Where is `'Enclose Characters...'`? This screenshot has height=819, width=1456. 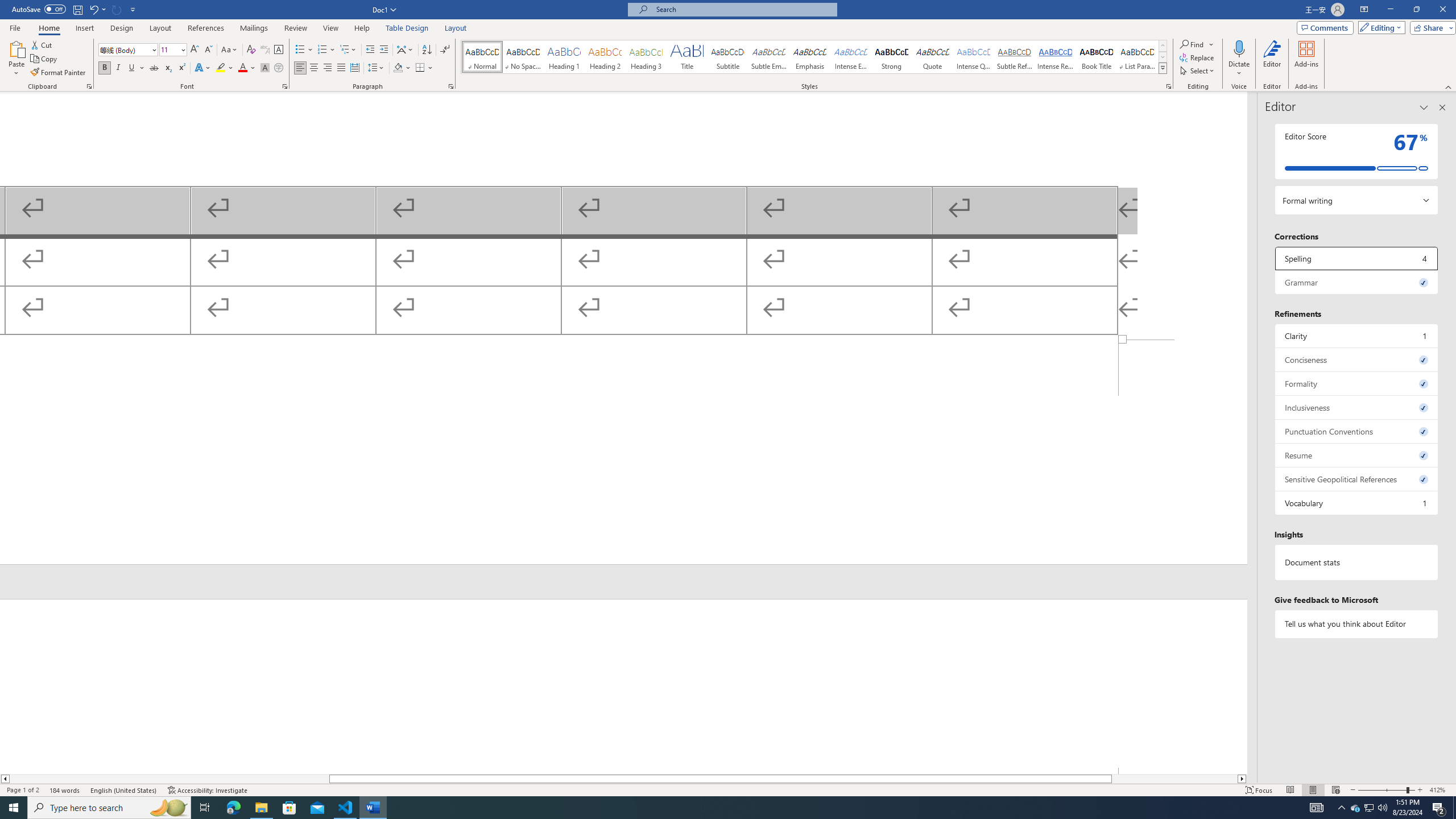 'Enclose Characters...' is located at coordinates (278, 67).